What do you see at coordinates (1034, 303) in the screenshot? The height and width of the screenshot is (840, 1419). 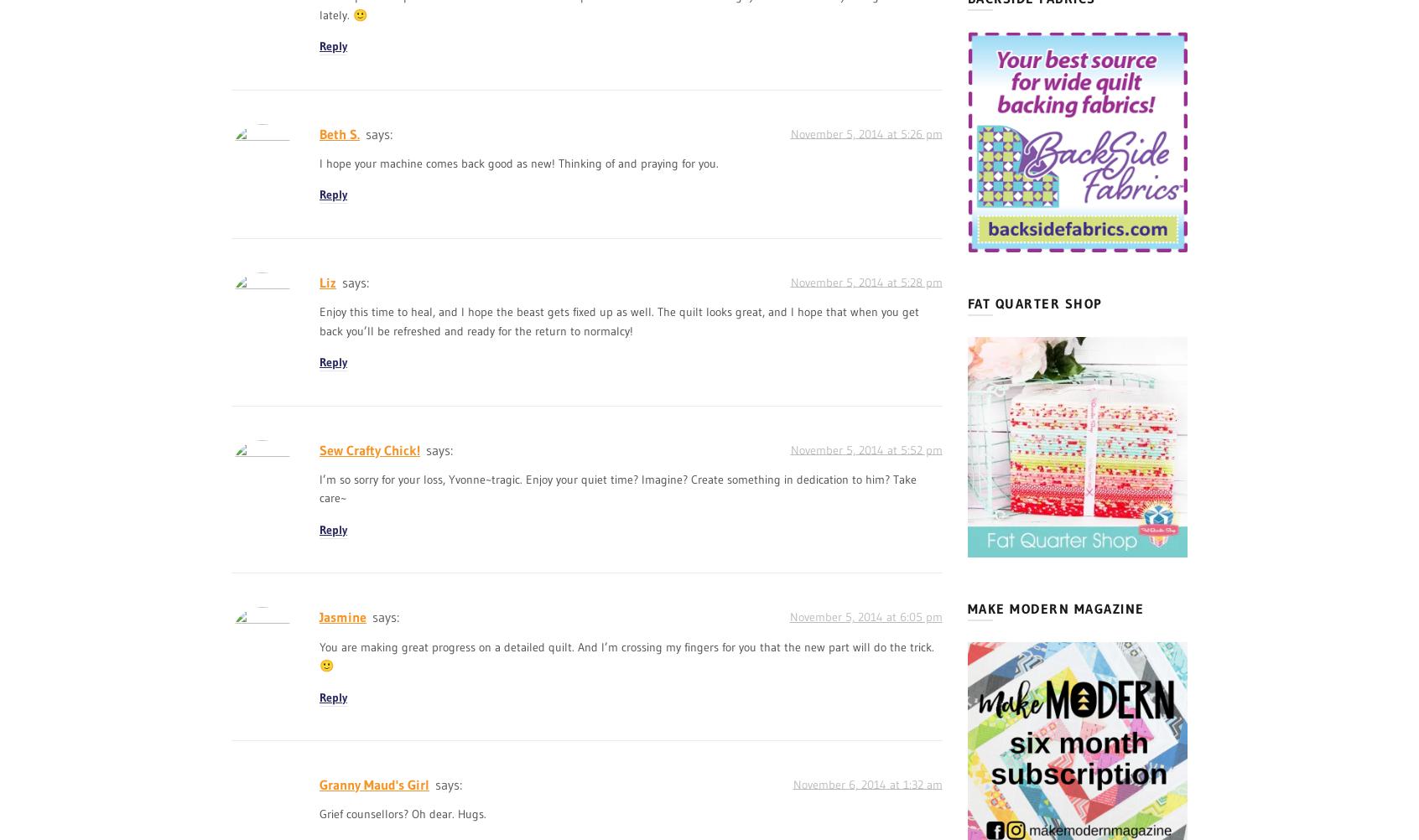 I see `'Fat Quarter Shop'` at bounding box center [1034, 303].